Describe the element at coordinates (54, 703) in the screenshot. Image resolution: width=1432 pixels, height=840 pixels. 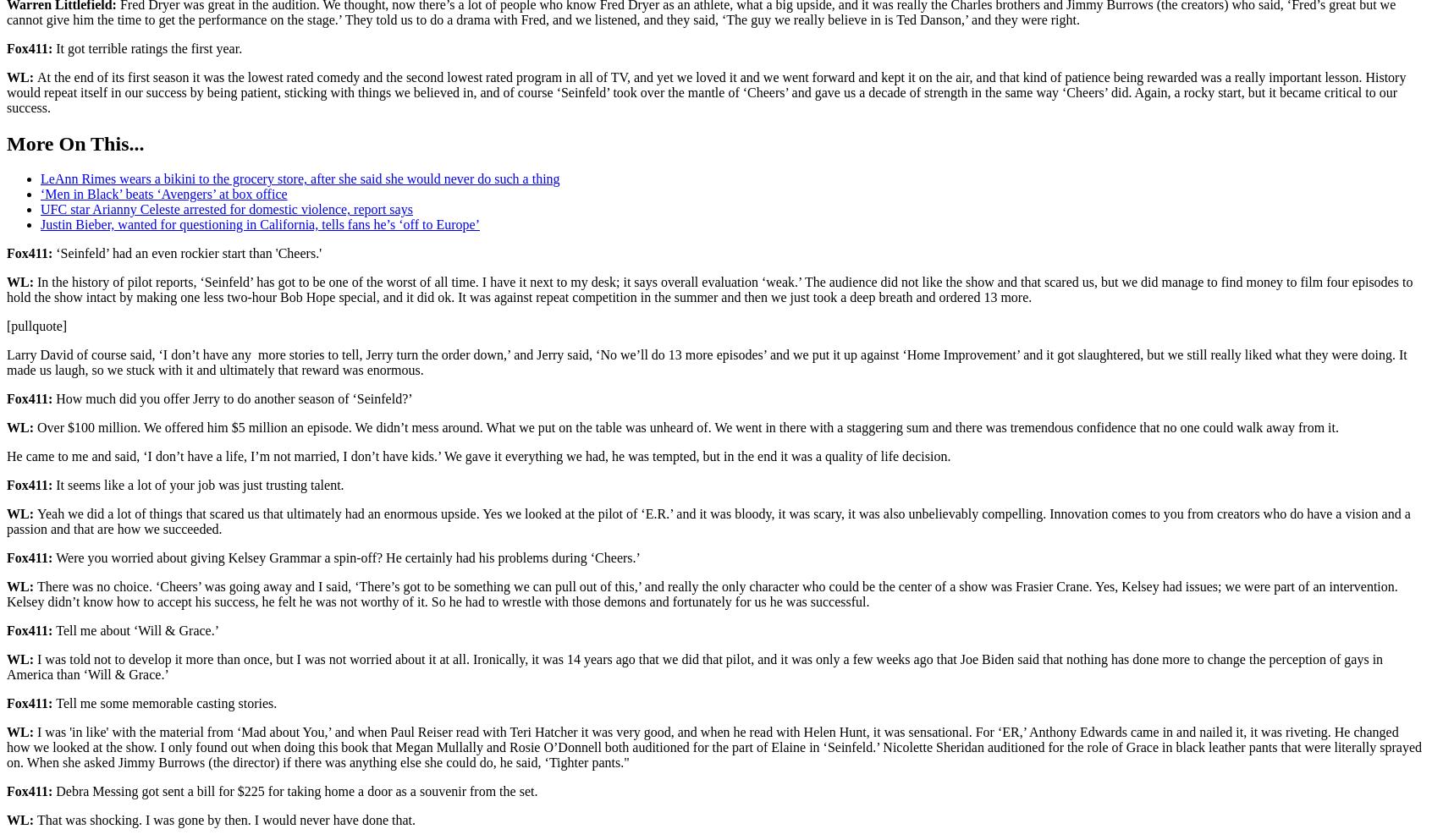
I see `'Tell me some memorable casting stories.'` at that location.